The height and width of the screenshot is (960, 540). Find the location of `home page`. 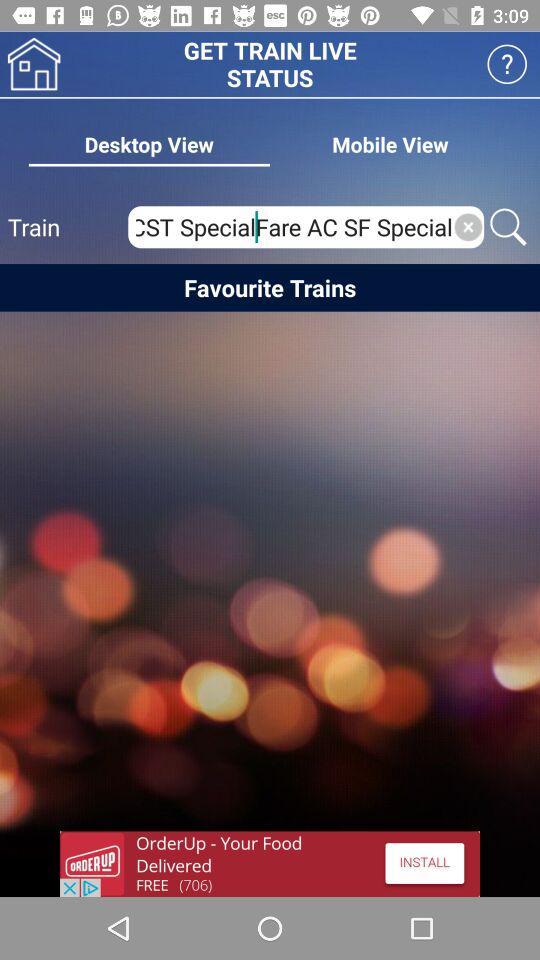

home page is located at coordinates (33, 64).